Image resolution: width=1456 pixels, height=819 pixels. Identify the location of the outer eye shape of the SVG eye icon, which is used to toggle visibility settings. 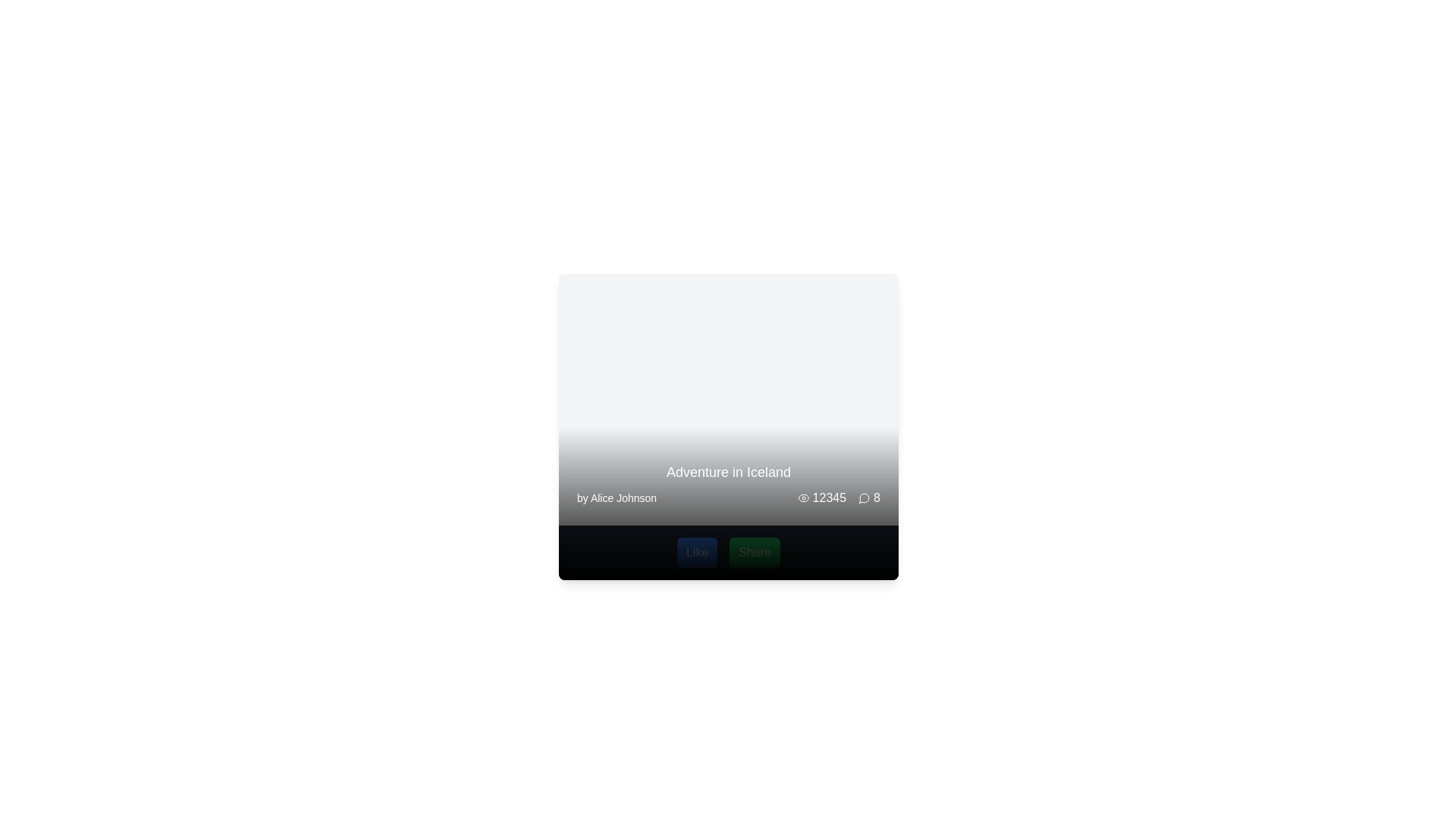
(802, 497).